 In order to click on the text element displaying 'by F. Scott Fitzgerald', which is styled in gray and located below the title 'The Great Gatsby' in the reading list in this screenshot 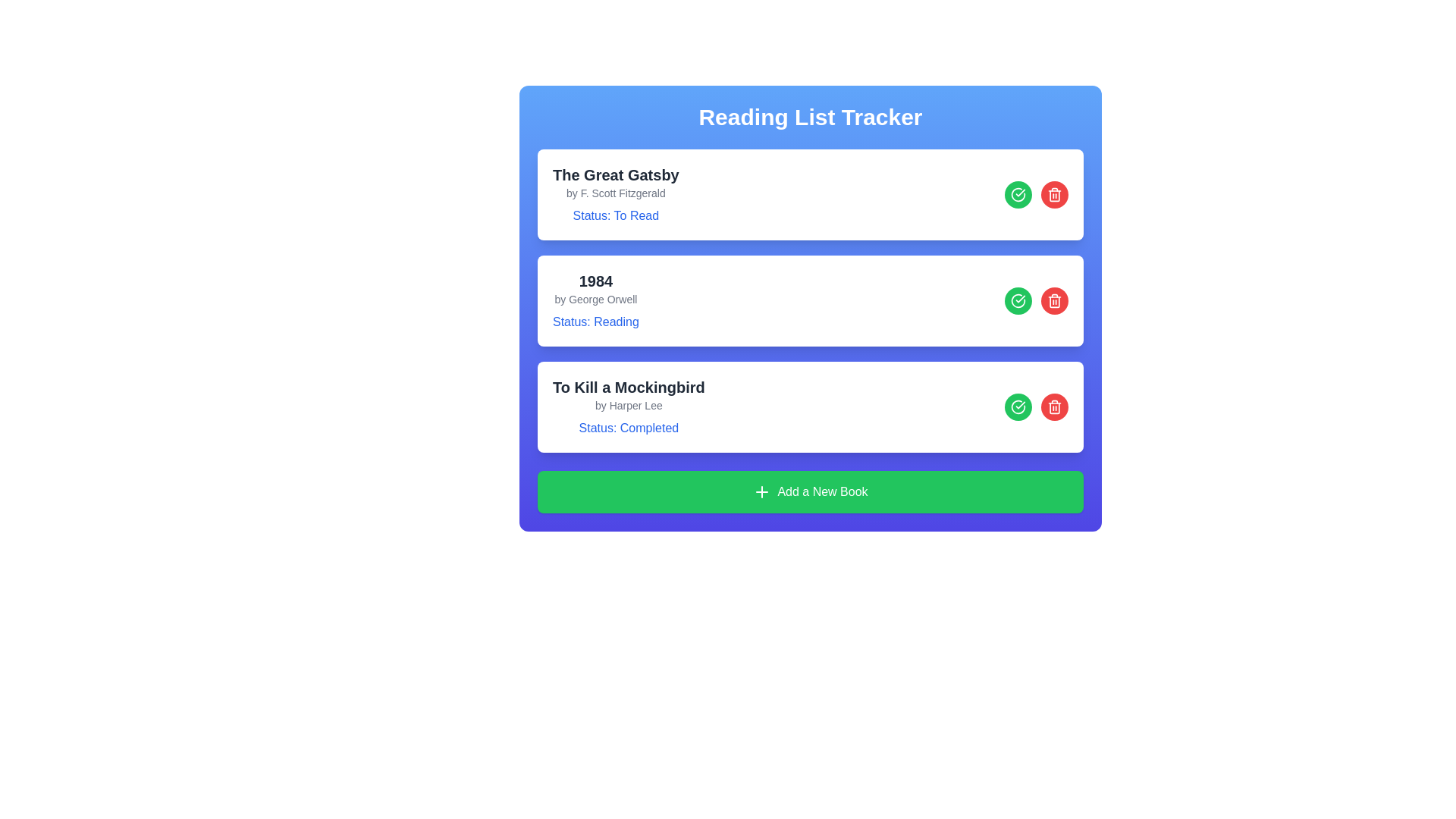, I will do `click(616, 192)`.